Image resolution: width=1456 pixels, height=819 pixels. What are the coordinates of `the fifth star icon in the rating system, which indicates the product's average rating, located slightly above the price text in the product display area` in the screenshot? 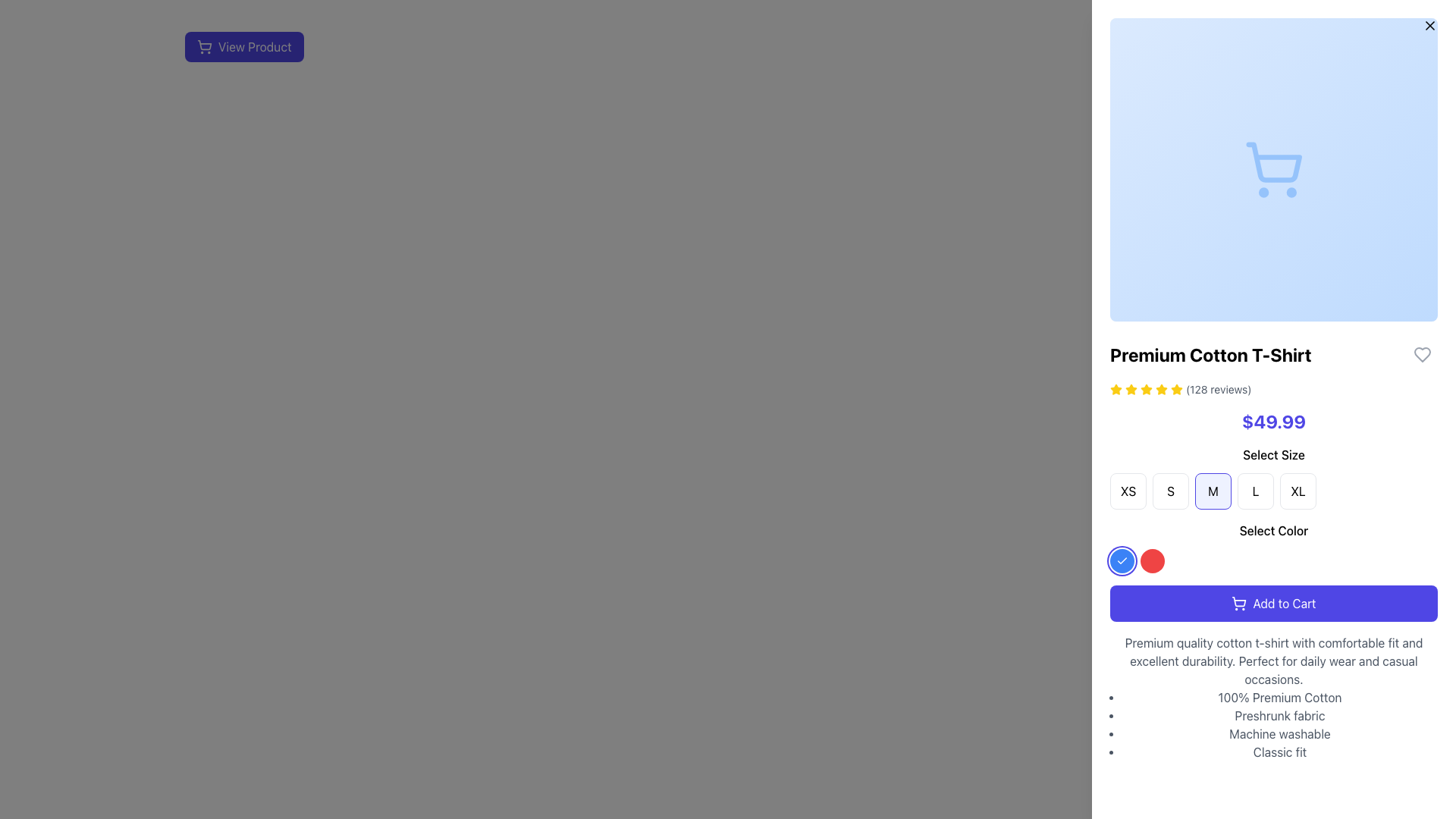 It's located at (1160, 388).